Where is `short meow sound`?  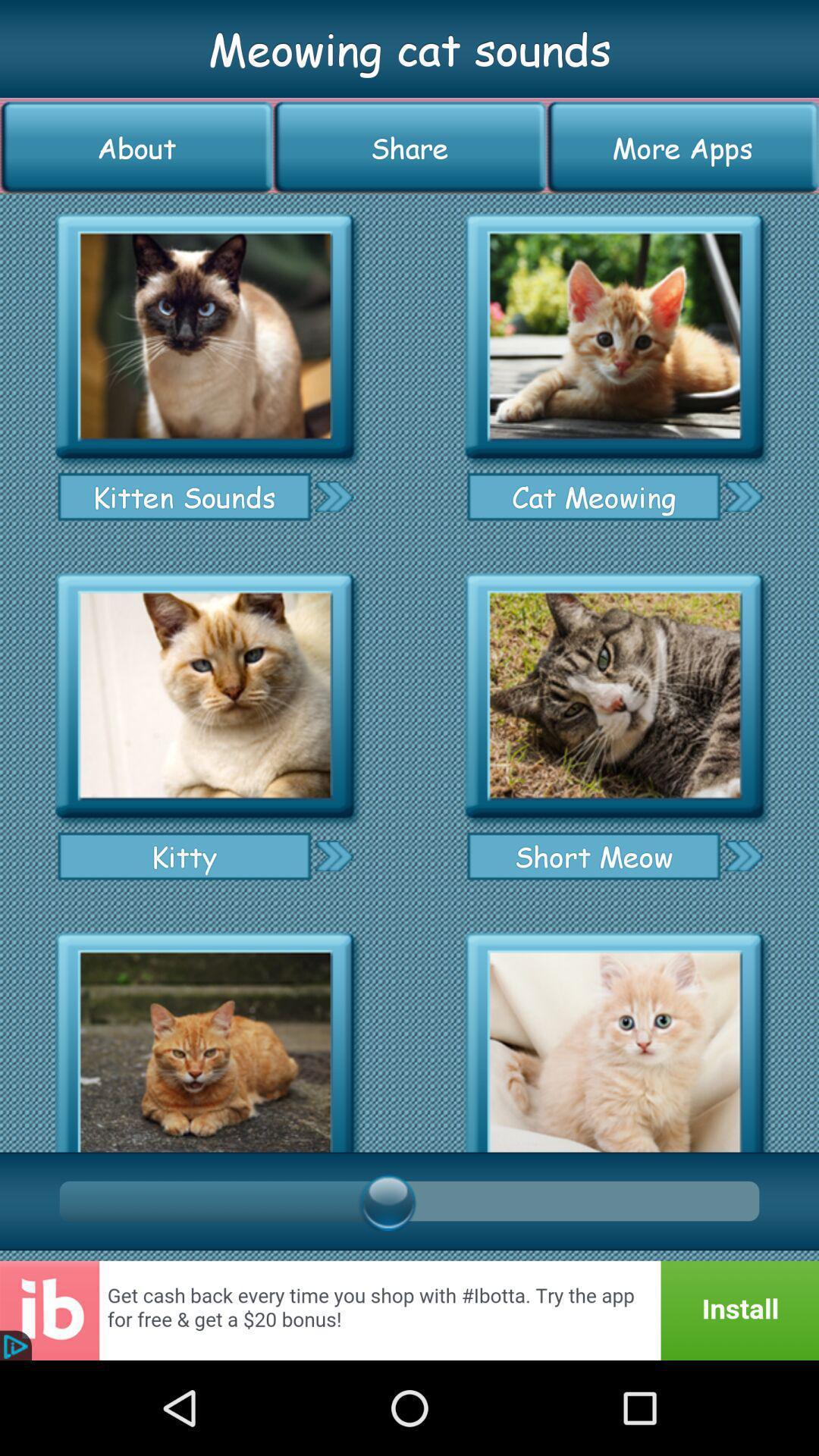
short meow sound is located at coordinates (742, 855).